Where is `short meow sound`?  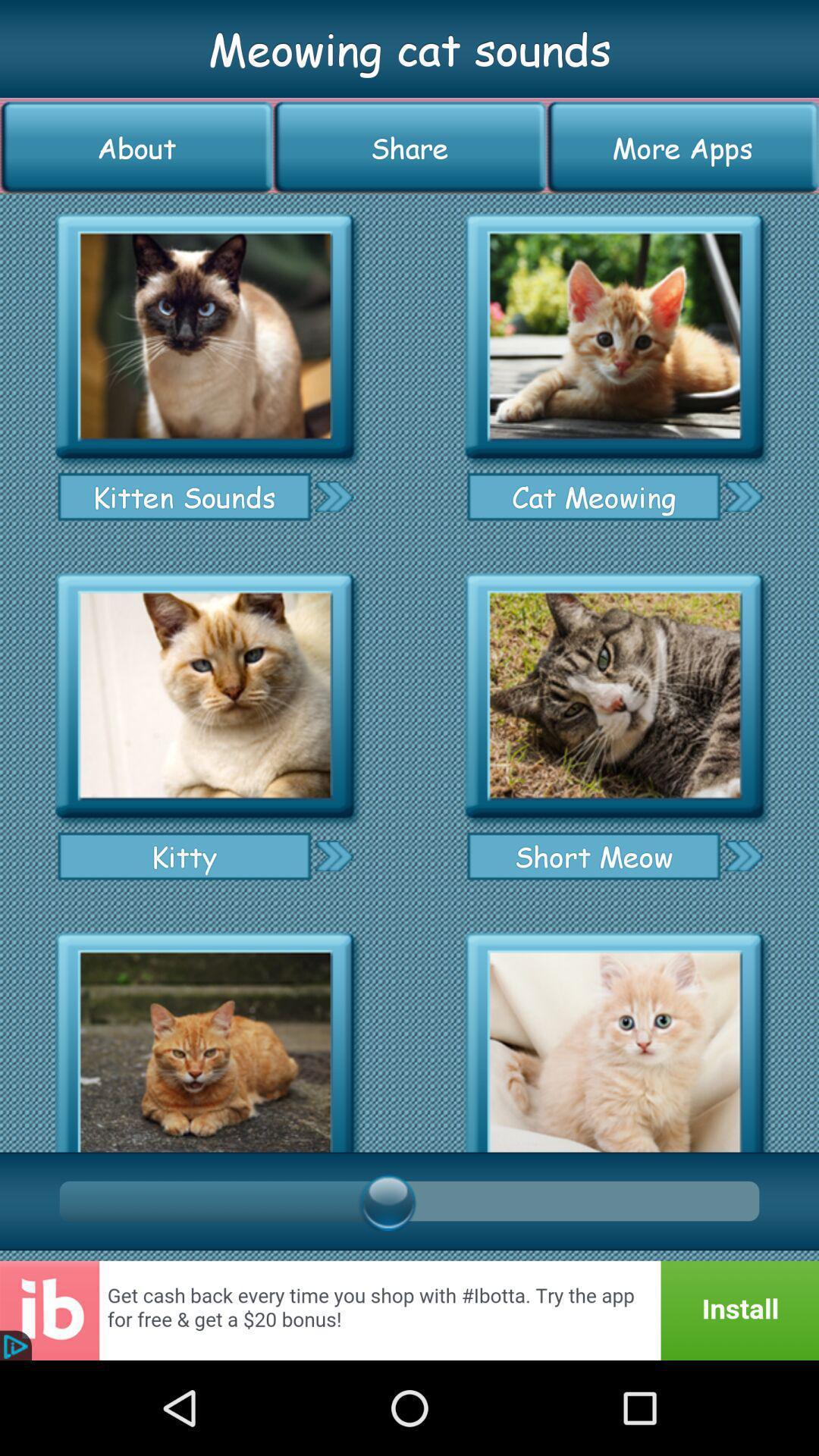
short meow sound is located at coordinates (742, 855).